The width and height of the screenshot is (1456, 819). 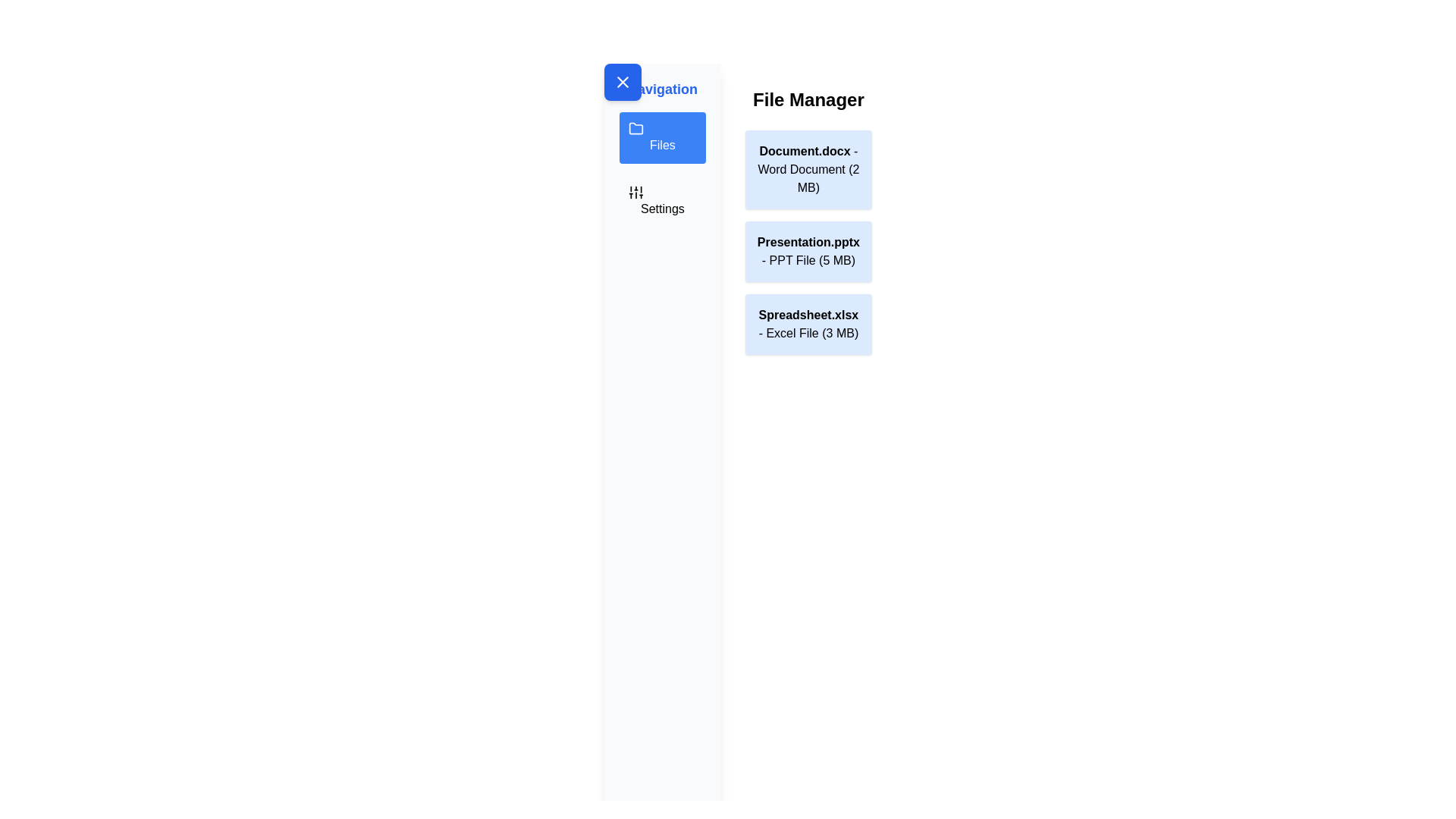 I want to click on the close button located in the top-left corner of the navigation panel, above the text 'Navigation', to focus, so click(x=623, y=82).